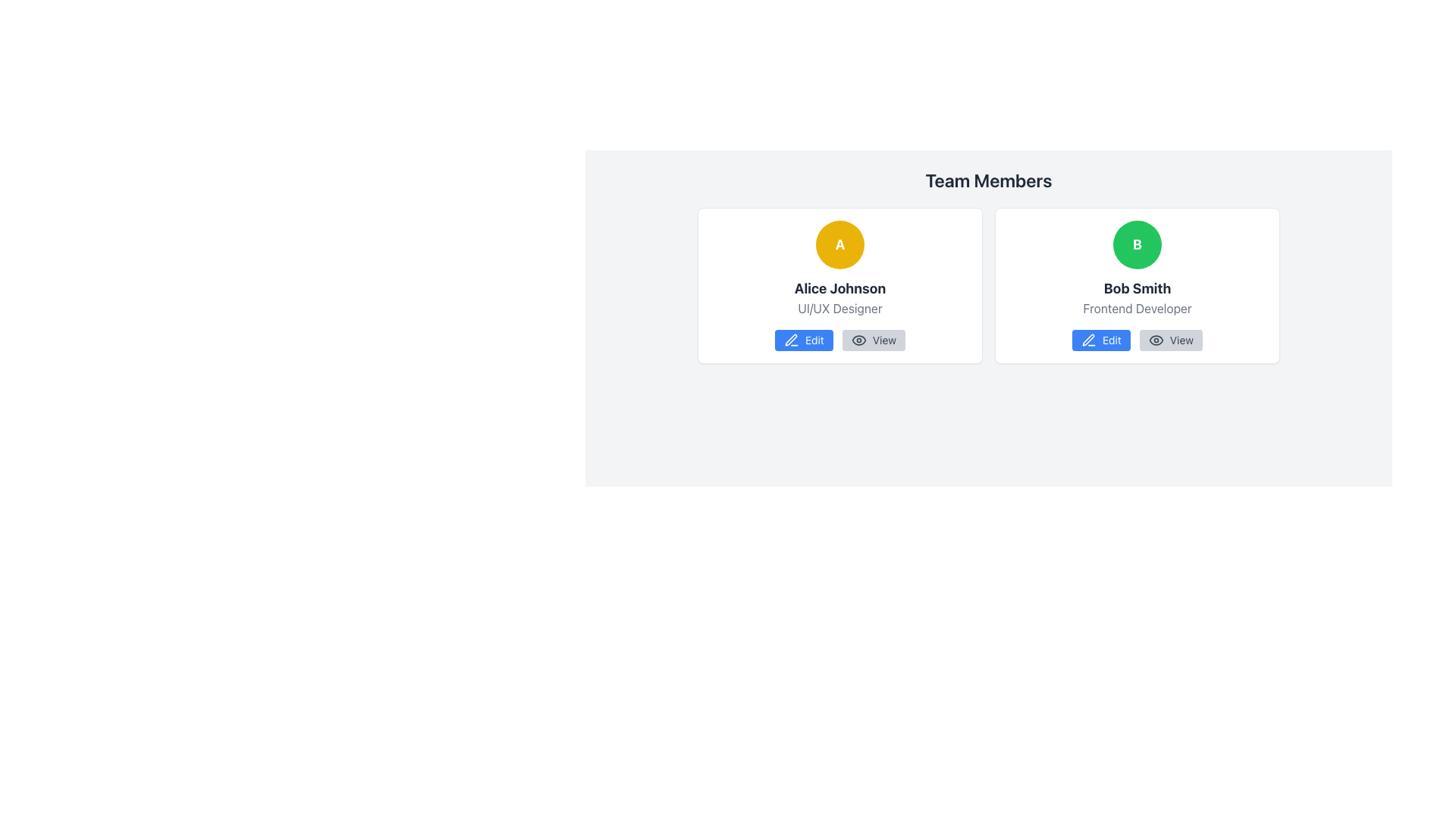 The height and width of the screenshot is (819, 1456). What do you see at coordinates (790, 339) in the screenshot?
I see `the pen-shaped icon that represents the 'Edit' functionality for Alice Johnson, located to the left of the blue 'Edit' button in the Team Members section` at bounding box center [790, 339].